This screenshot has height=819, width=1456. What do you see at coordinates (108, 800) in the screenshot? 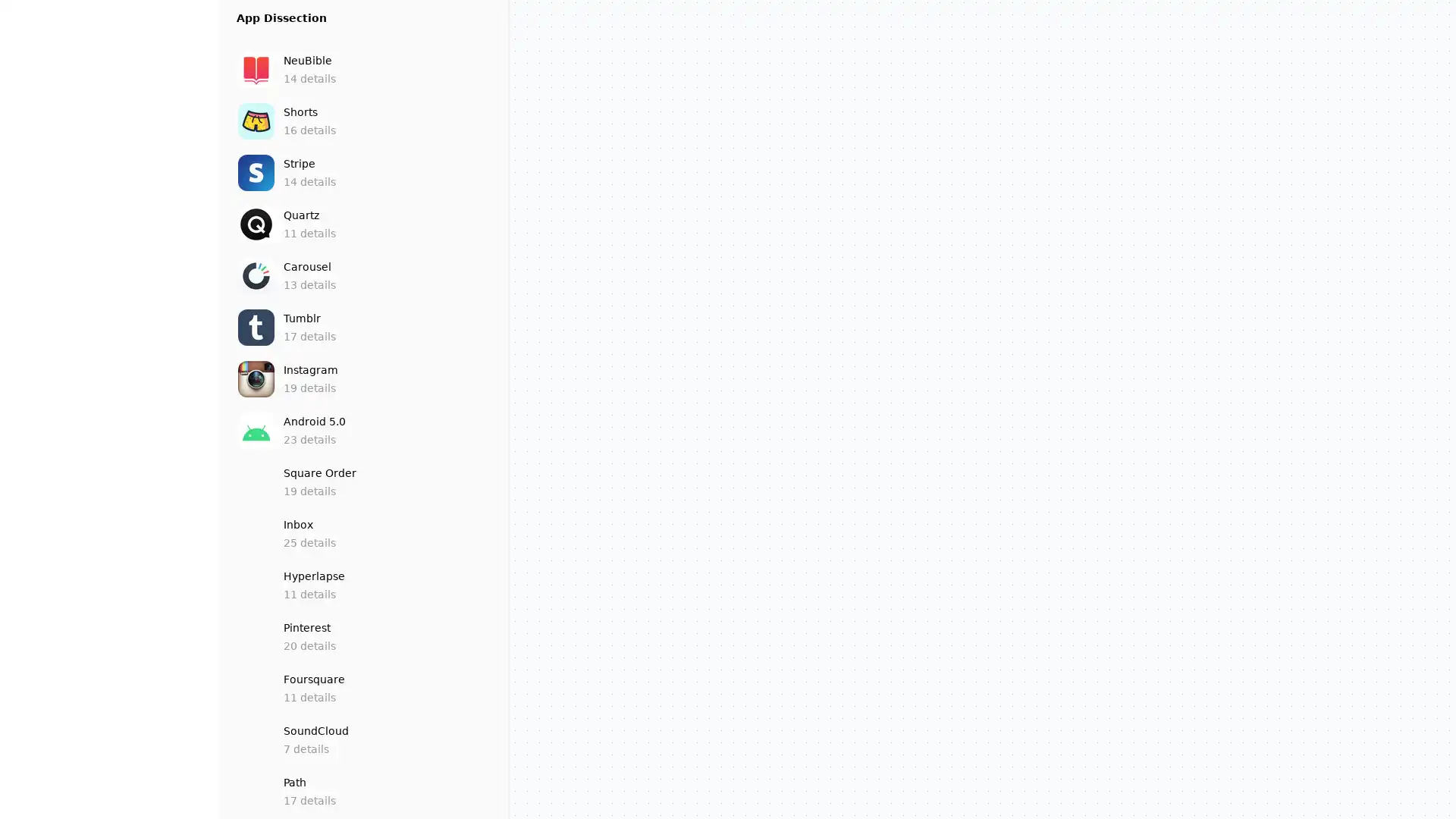
I see `Sign in` at bounding box center [108, 800].